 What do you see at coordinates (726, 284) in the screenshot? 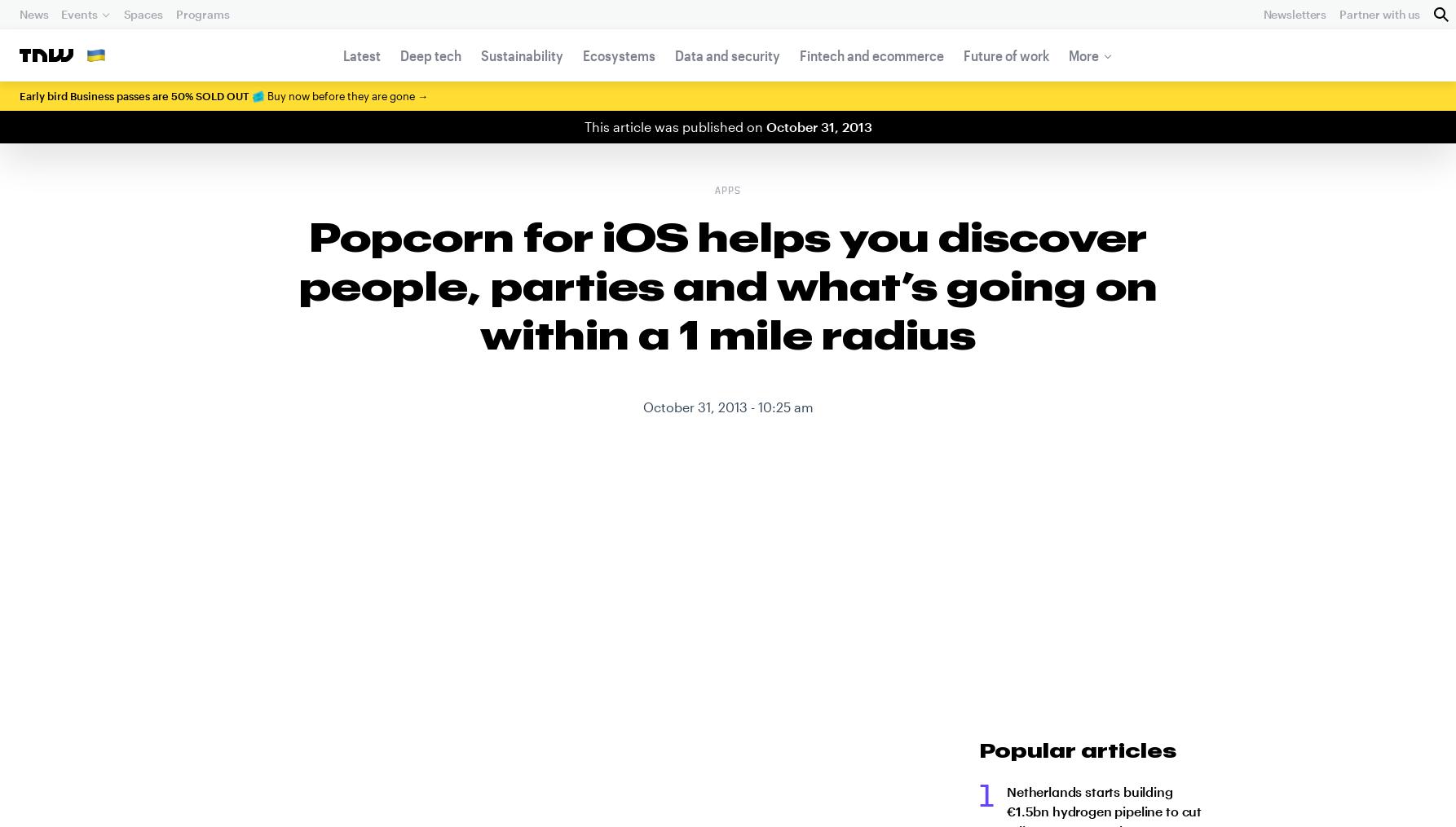
I see `'Popcorn for iOS helps you discover people, parties and what’s going on within a 1 mile radius'` at bounding box center [726, 284].